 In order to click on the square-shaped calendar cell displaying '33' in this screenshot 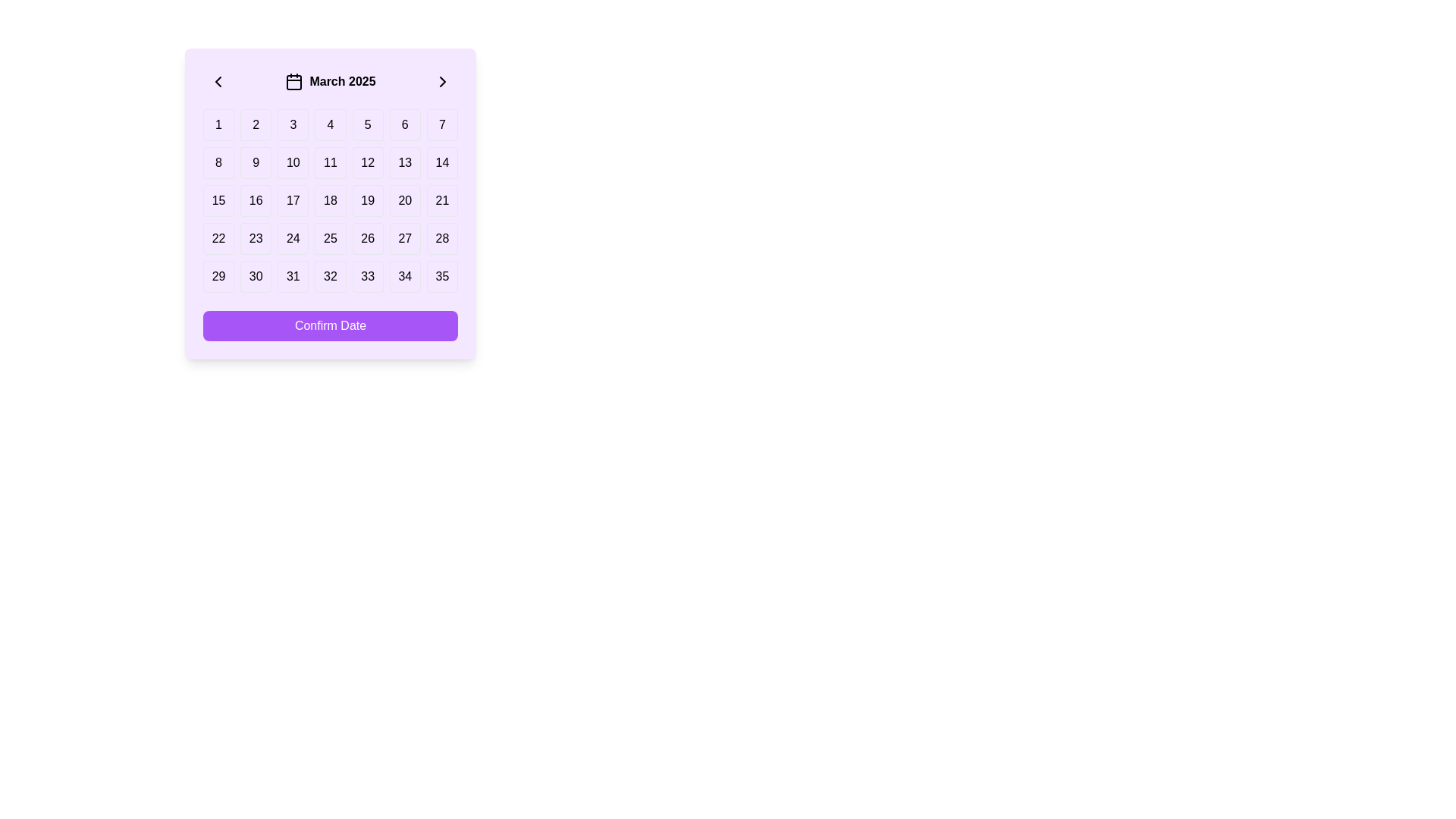, I will do `click(368, 277)`.